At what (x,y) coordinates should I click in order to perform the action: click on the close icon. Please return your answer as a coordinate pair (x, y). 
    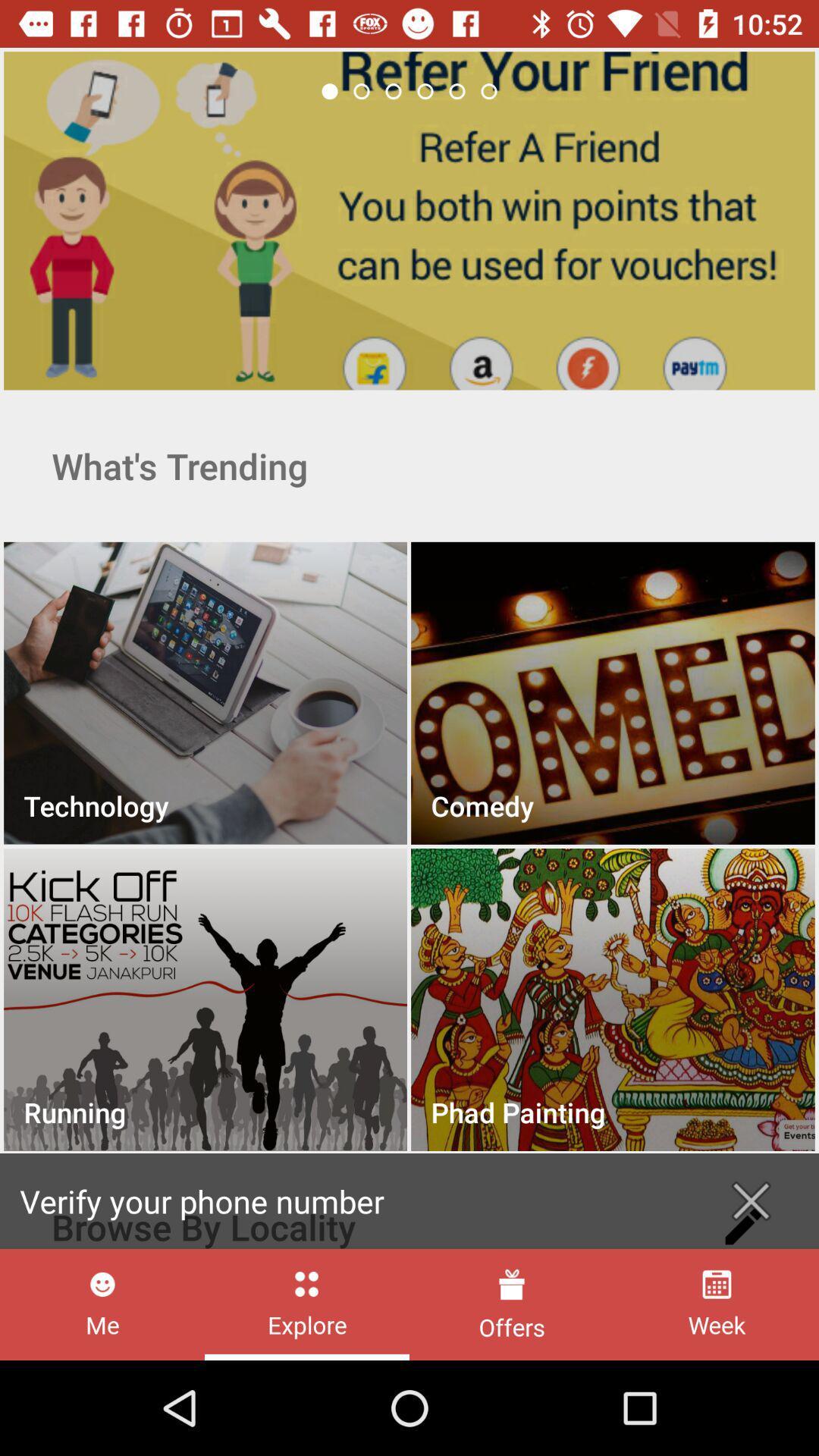
    Looking at the image, I should click on (751, 1200).